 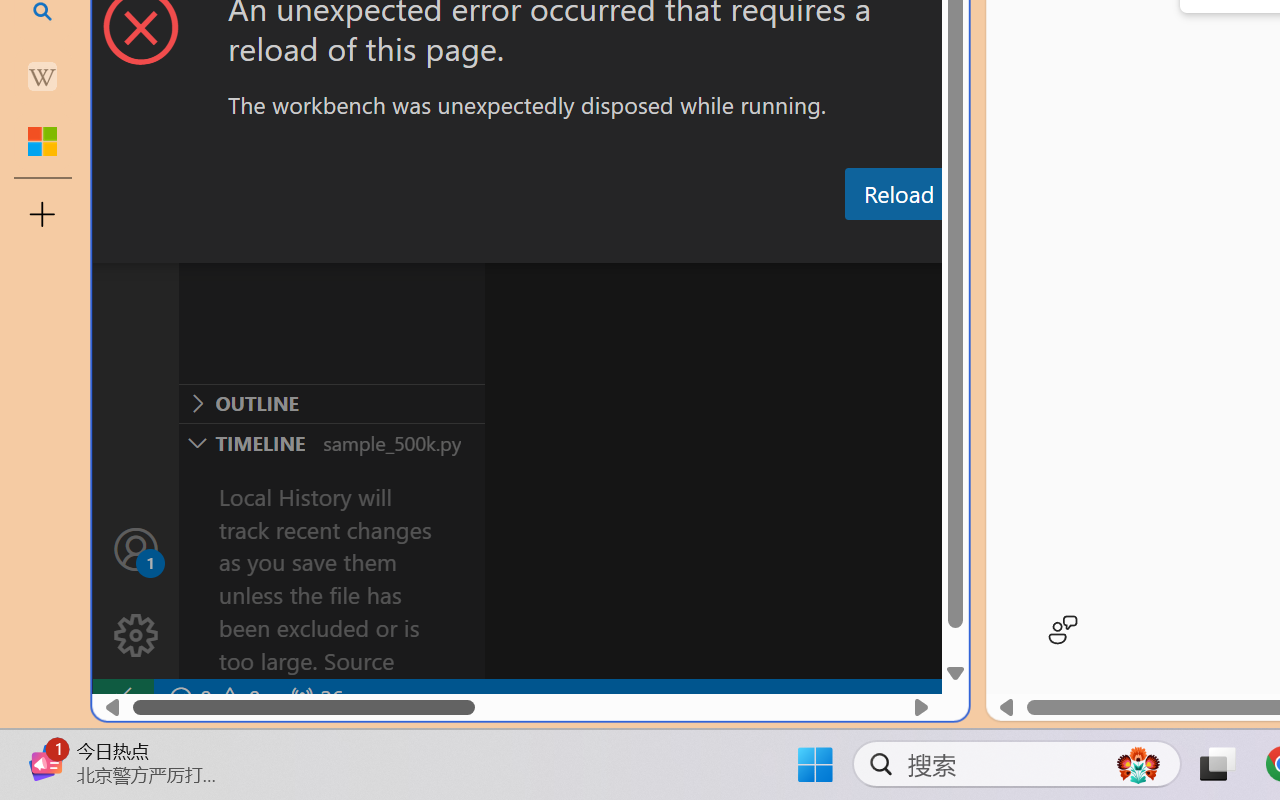 What do you see at coordinates (331, 403) in the screenshot?
I see `'Outline Section'` at bounding box center [331, 403].